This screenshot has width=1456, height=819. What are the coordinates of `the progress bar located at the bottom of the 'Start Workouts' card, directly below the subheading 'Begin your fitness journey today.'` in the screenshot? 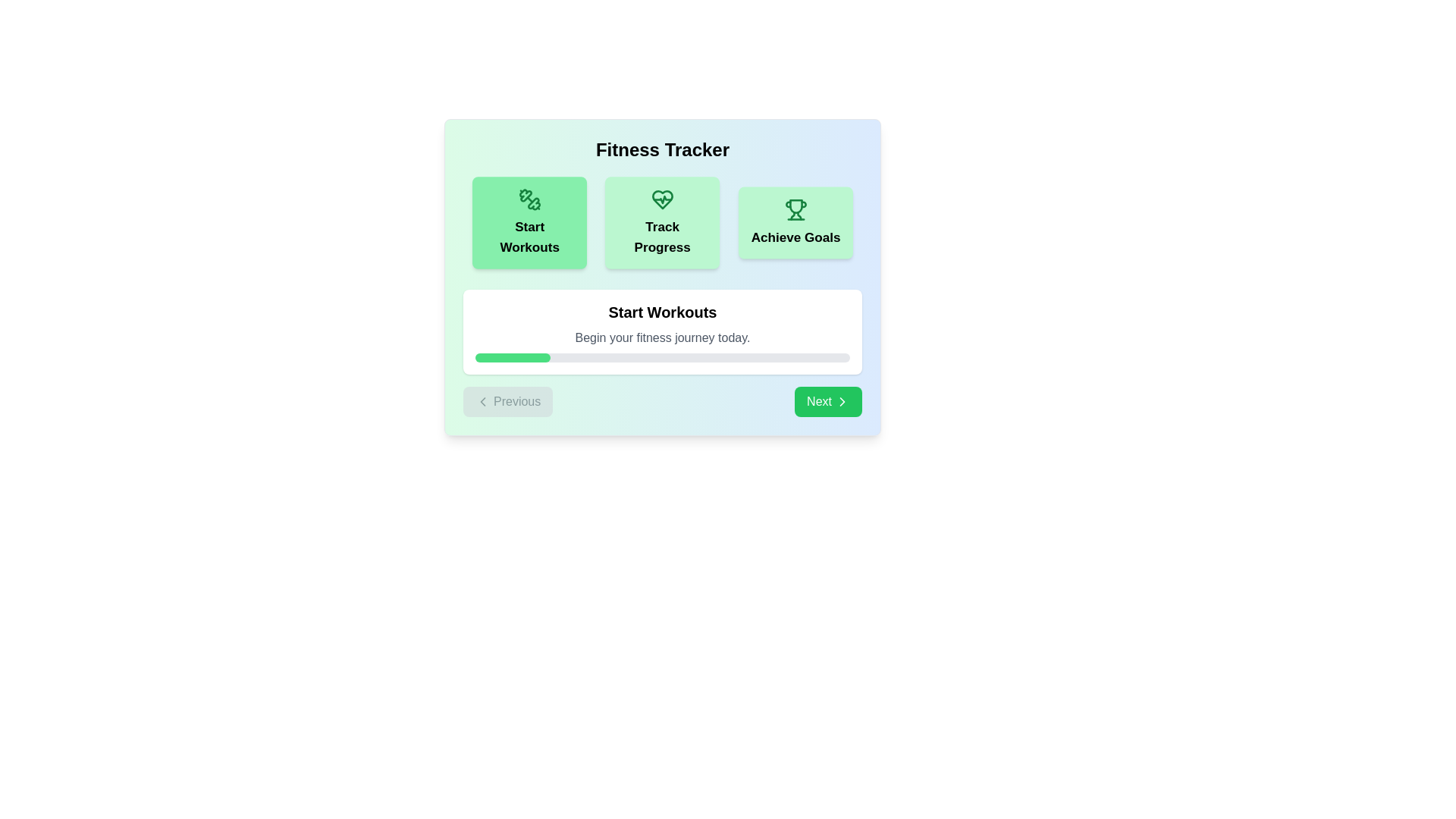 It's located at (662, 357).